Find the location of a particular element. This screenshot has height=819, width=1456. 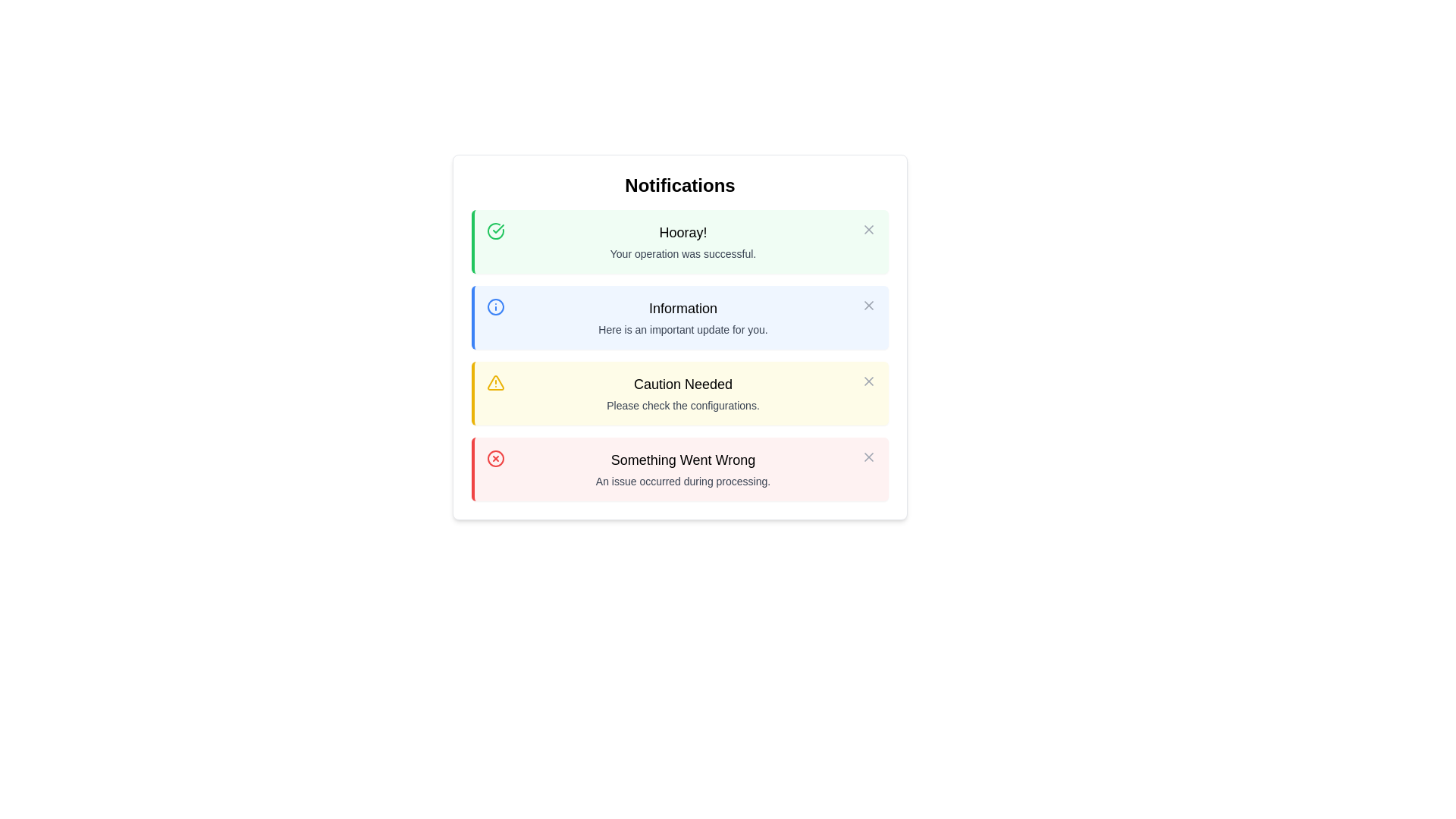

the cautionary note text in the third notification card with a yellow background, which follows the title 'Caution Needed.' is located at coordinates (682, 405).